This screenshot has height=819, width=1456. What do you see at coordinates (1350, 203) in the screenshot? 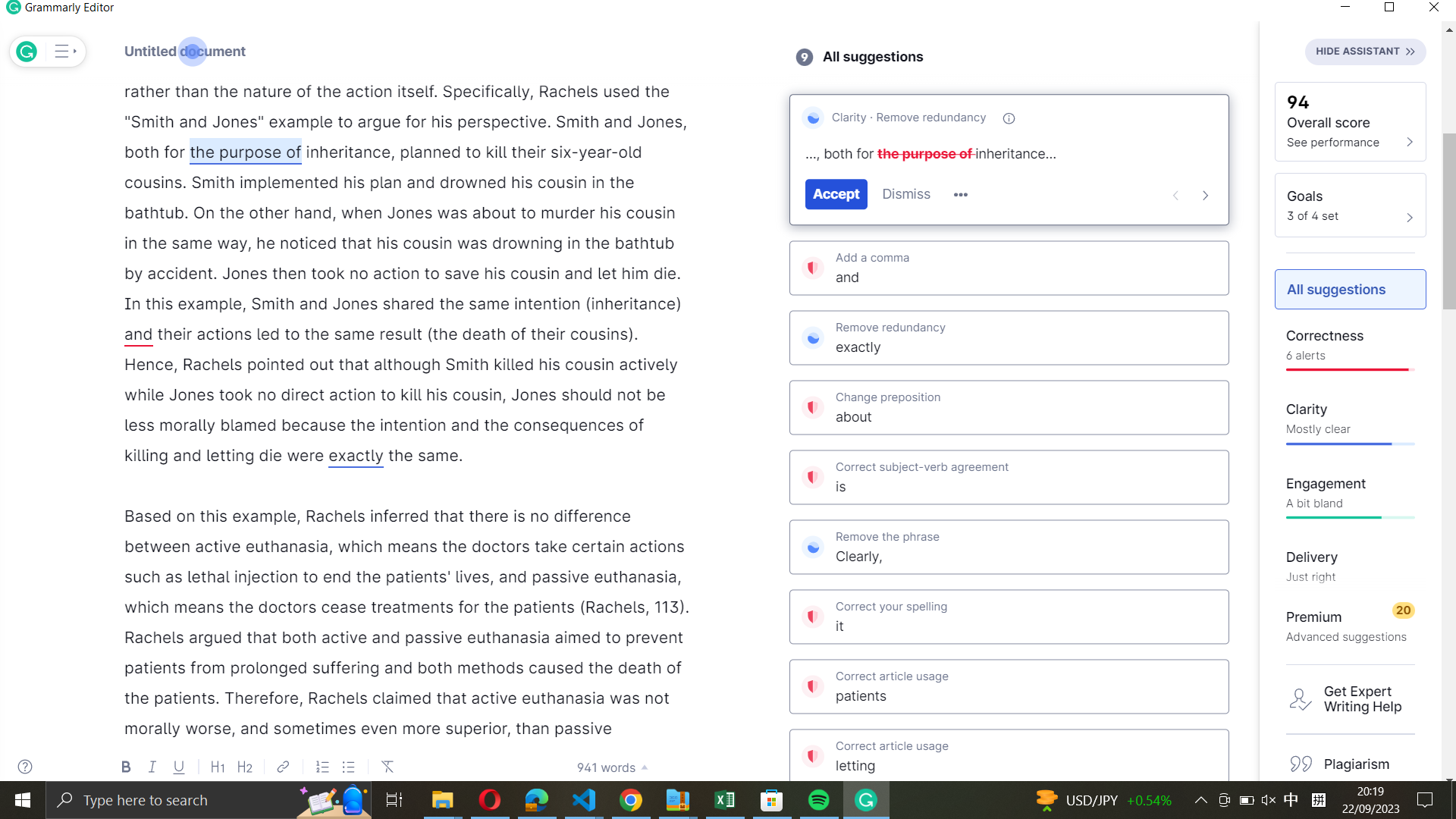
I see `Activate the goal setting function` at bounding box center [1350, 203].